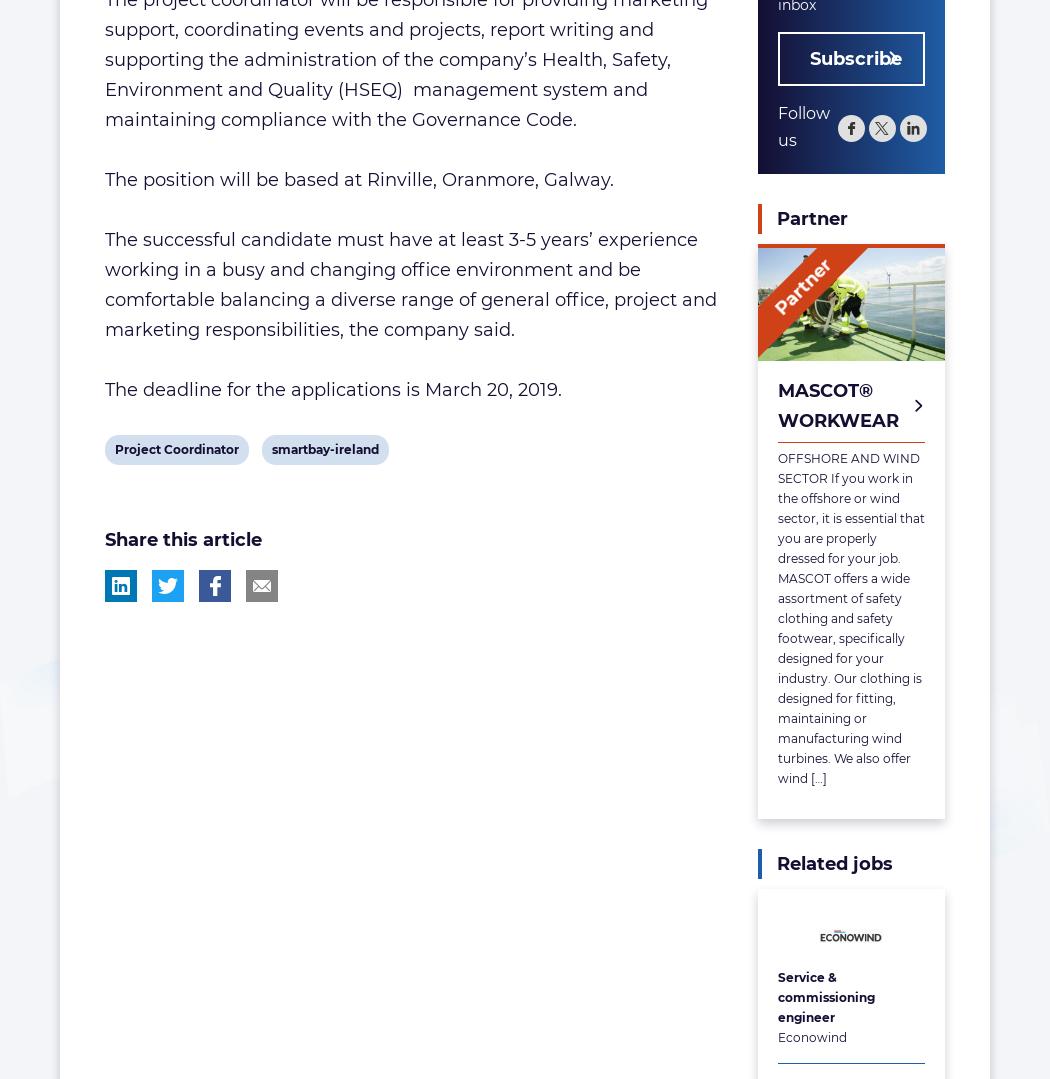 Image resolution: width=1050 pixels, height=1079 pixels. Describe the element at coordinates (834, 862) in the screenshot. I see `'Related jobs'` at that location.